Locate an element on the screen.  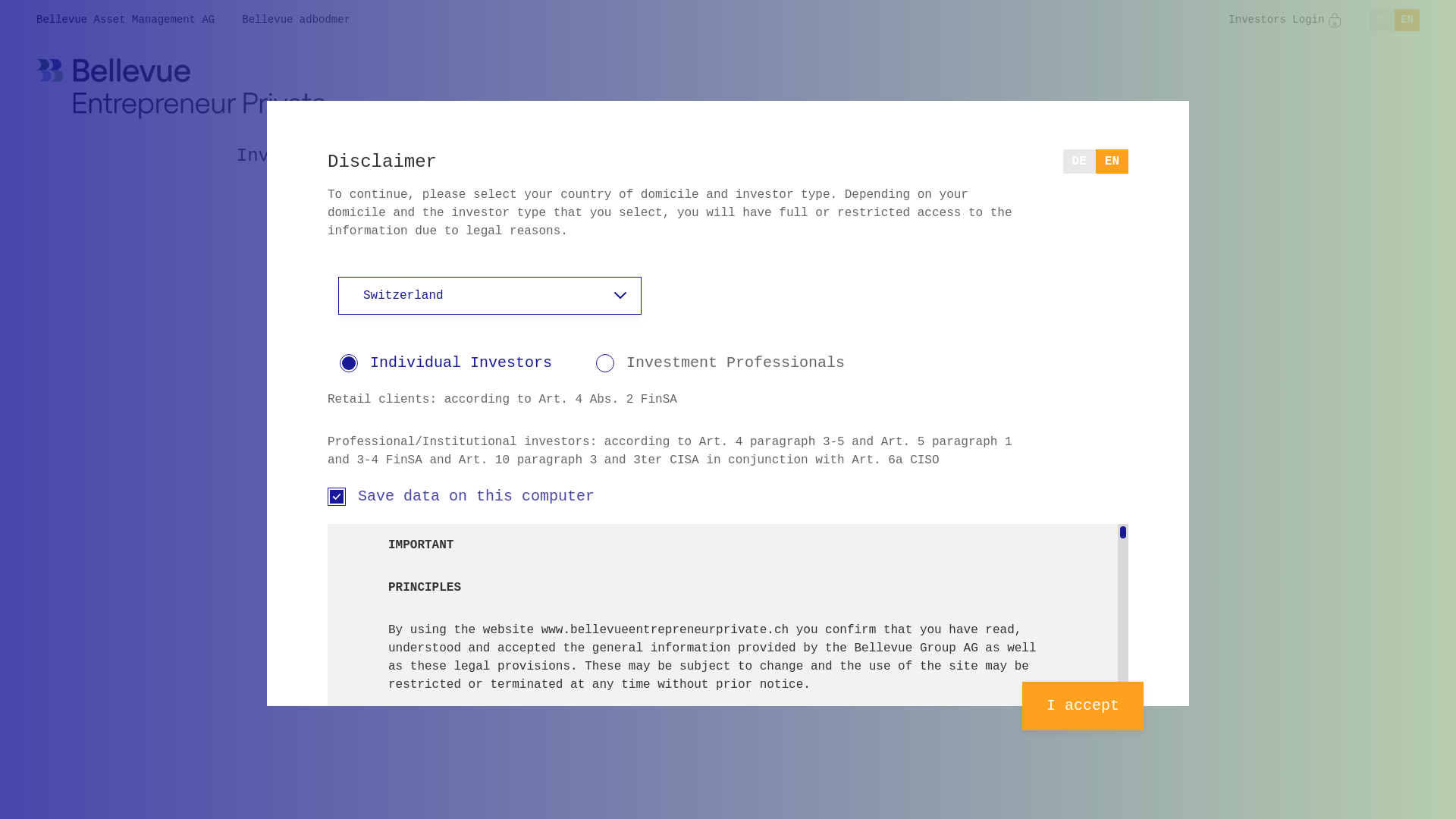
'I accept' is located at coordinates (1081, 705).